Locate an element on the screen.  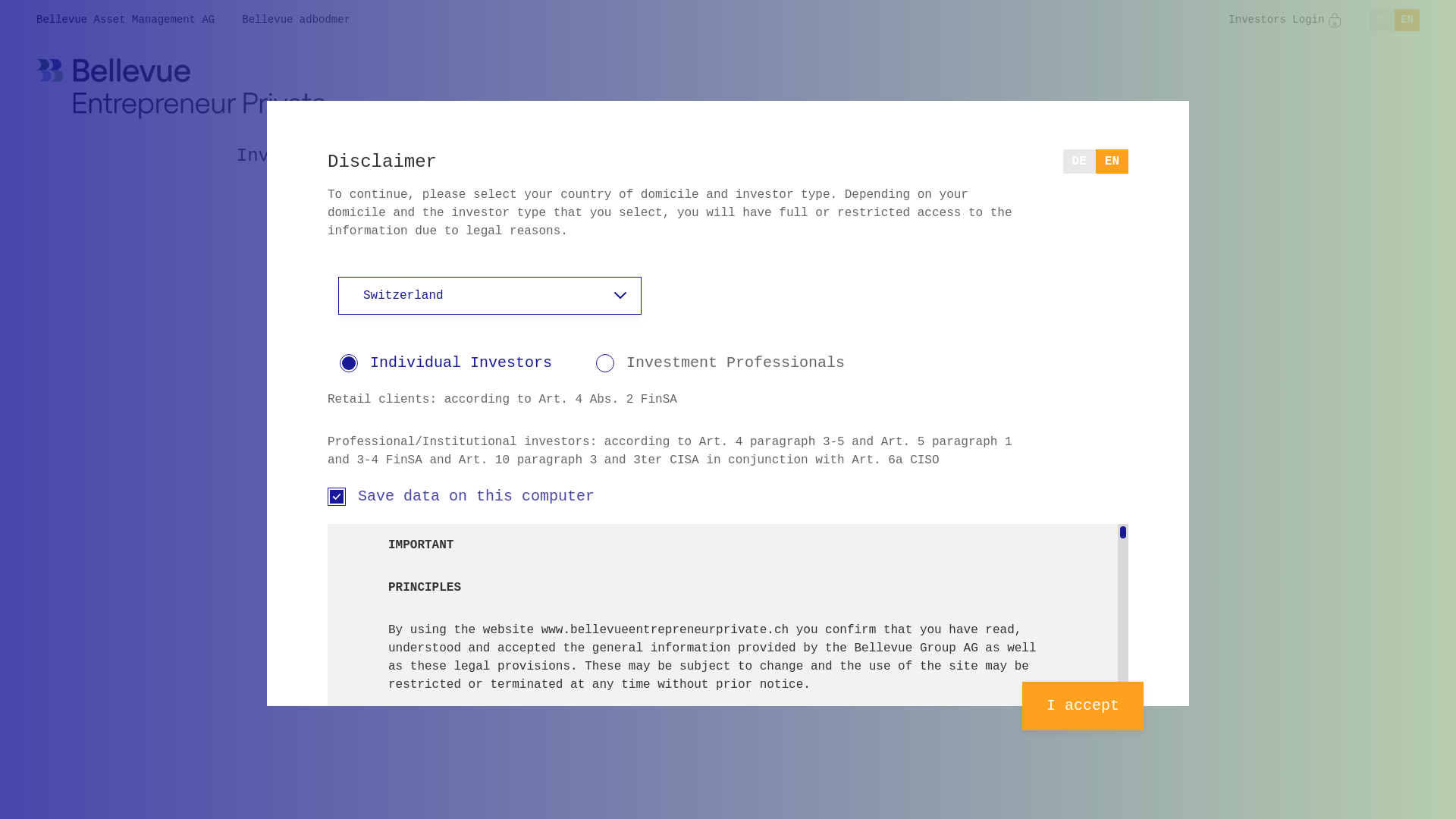
'I accept' is located at coordinates (1081, 705).